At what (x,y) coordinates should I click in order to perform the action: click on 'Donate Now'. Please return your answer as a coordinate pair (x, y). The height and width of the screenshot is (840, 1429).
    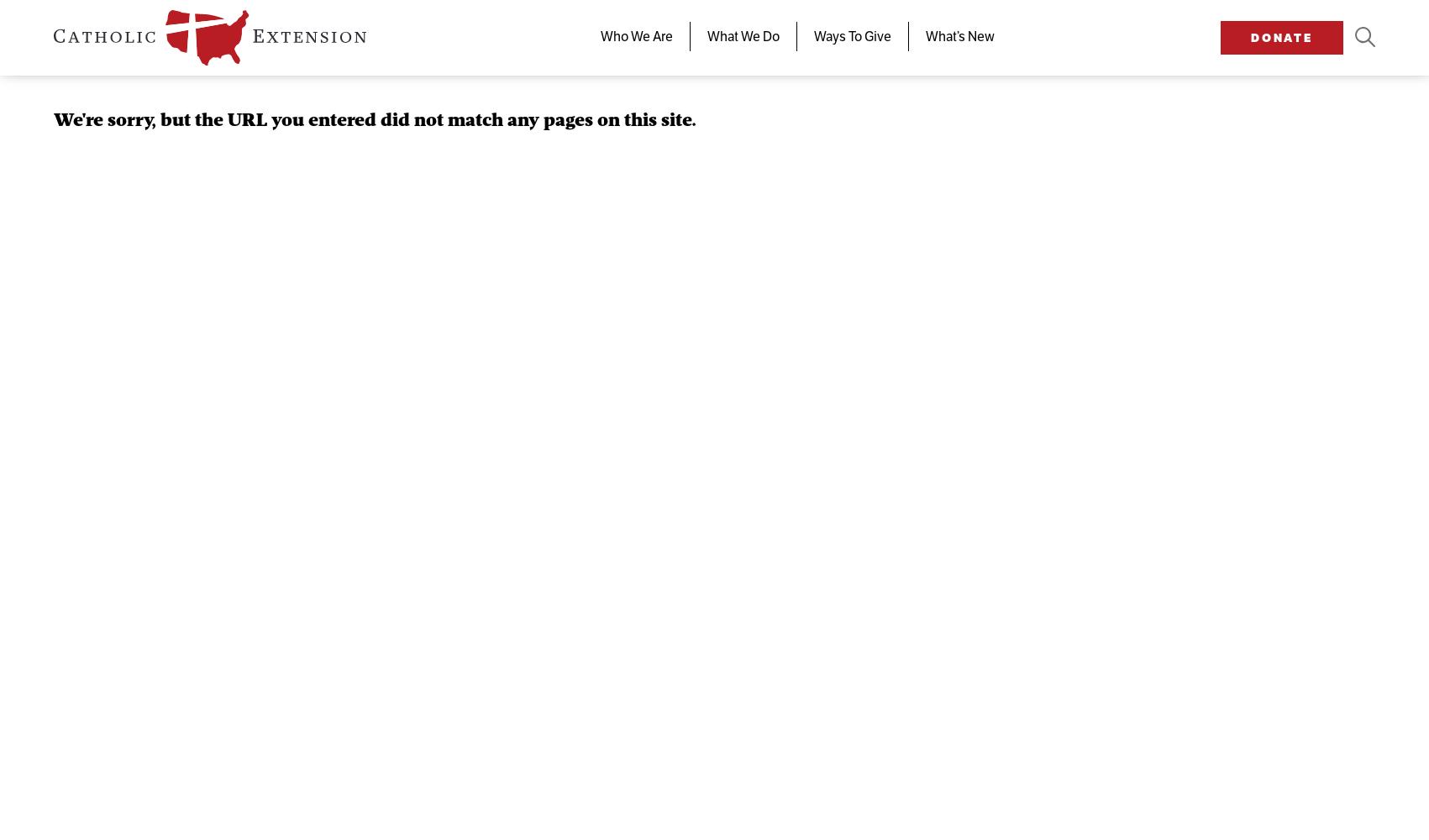
    Looking at the image, I should click on (849, 463).